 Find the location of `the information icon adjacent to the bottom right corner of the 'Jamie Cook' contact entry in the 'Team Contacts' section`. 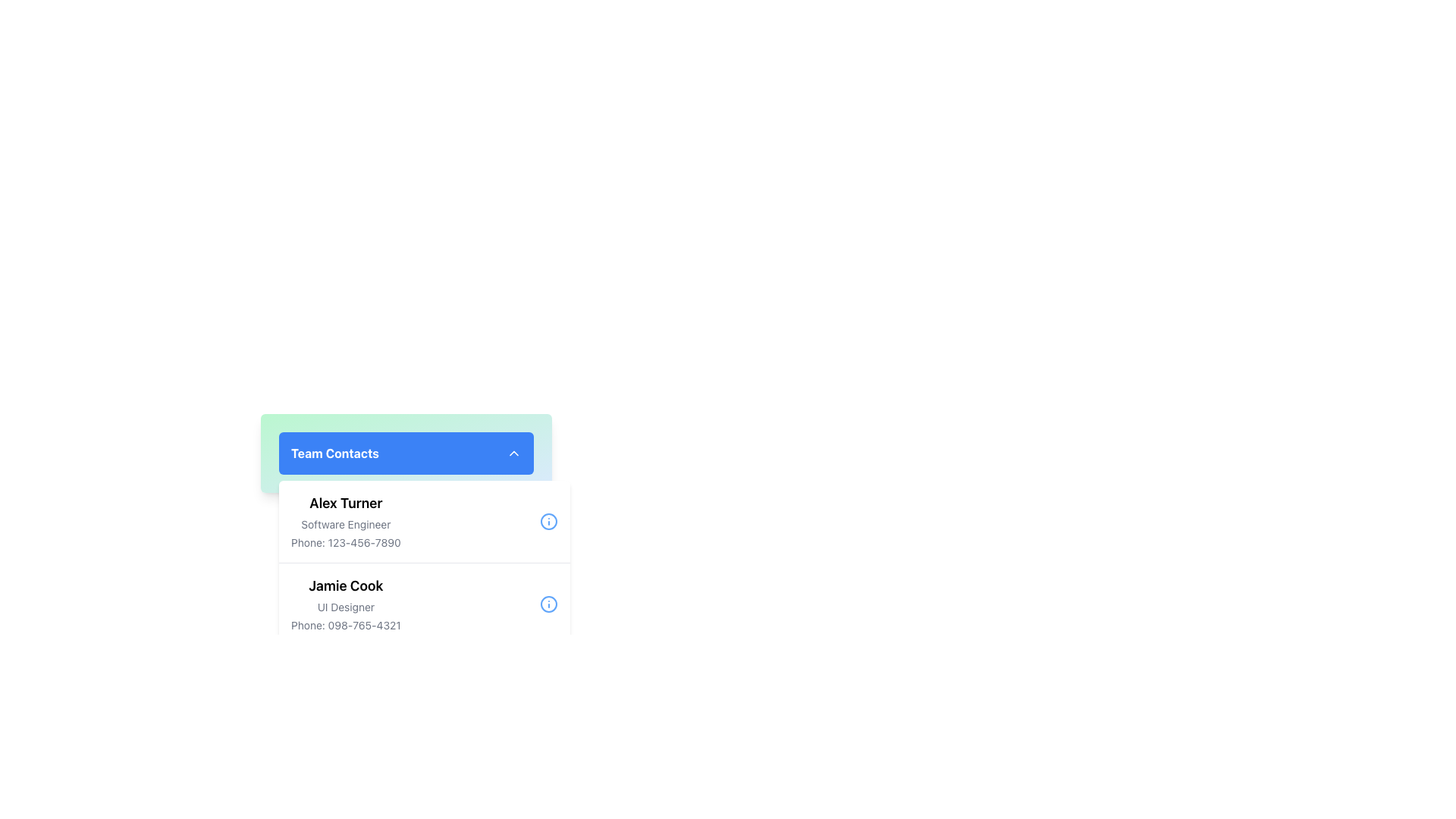

the information icon adjacent to the bottom right corner of the 'Jamie Cook' contact entry in the 'Team Contacts' section is located at coordinates (548, 604).